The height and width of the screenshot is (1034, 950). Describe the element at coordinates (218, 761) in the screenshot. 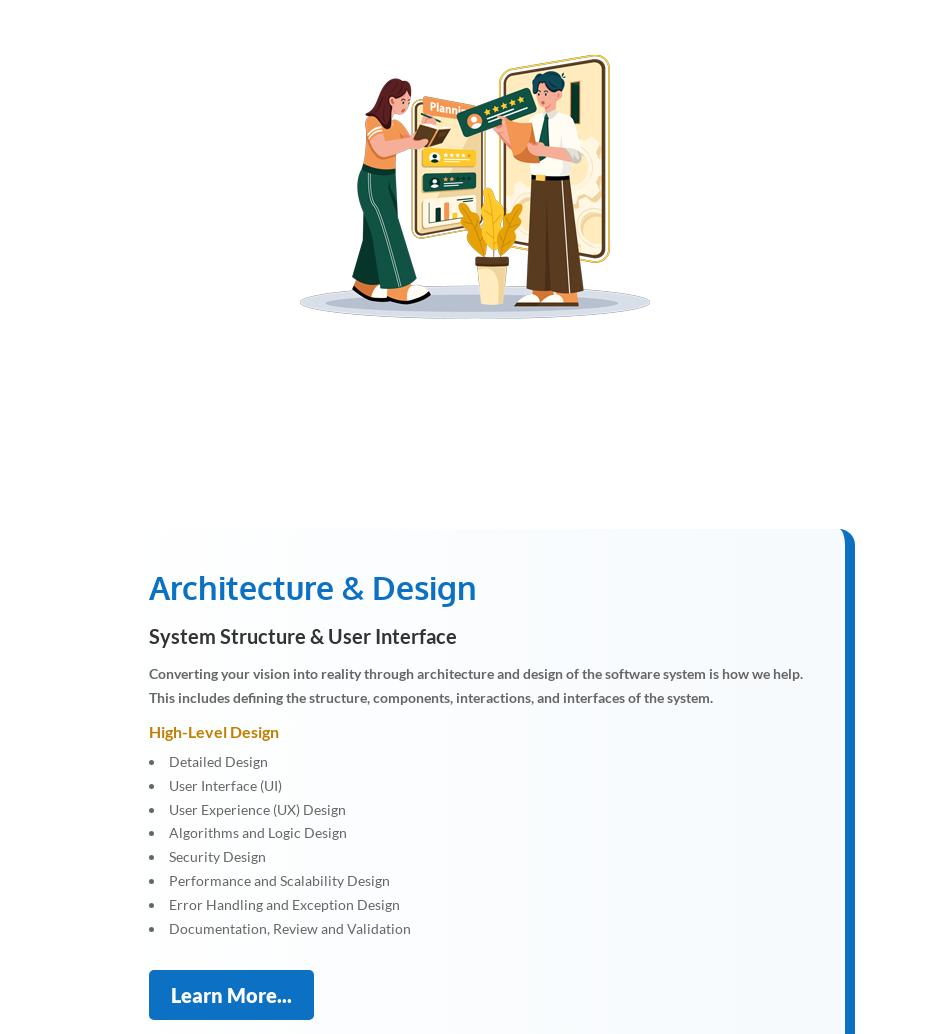

I see `'Detailed Design'` at that location.